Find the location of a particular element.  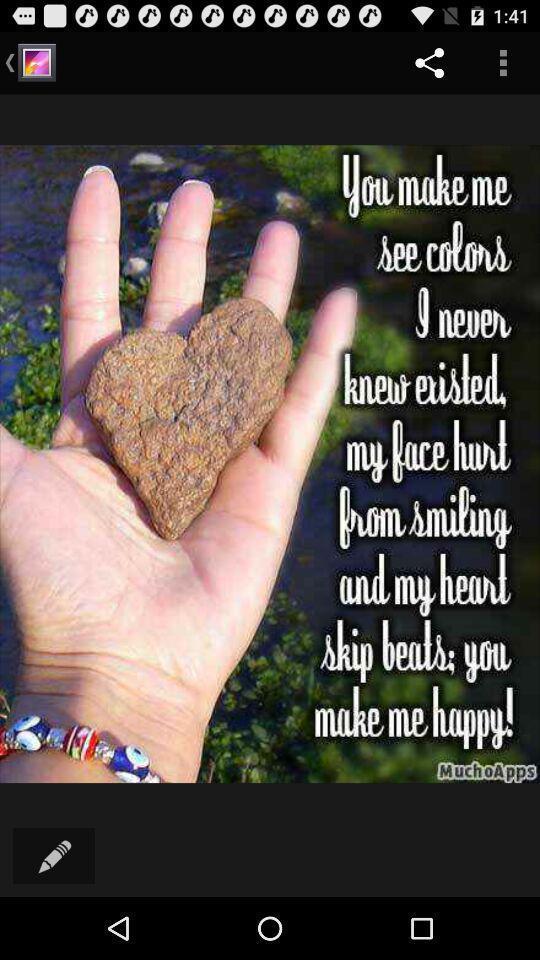

the edit icon is located at coordinates (54, 916).